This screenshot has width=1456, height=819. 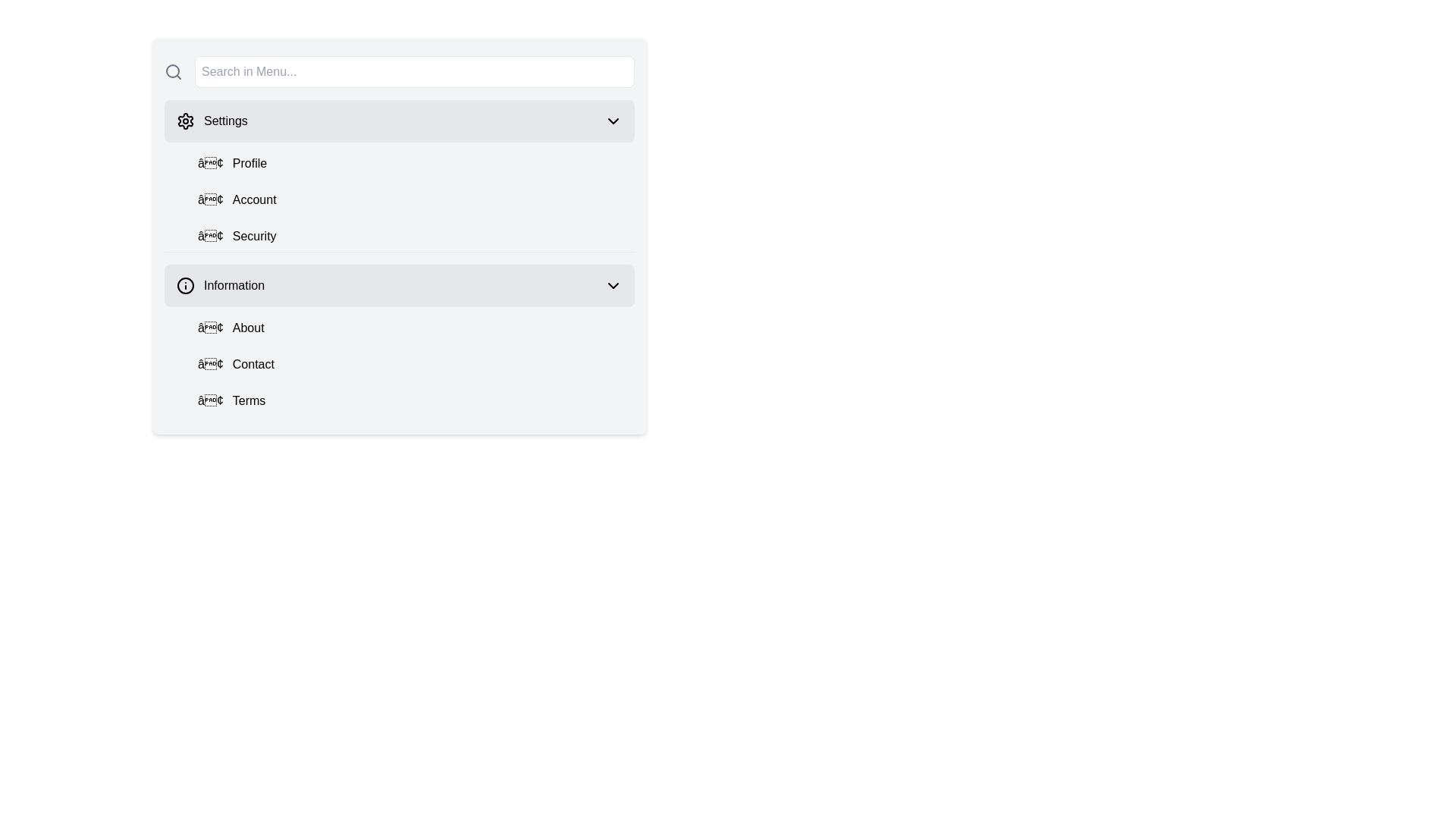 What do you see at coordinates (400, 199) in the screenshot?
I see `the 'Profile', 'Account', or 'Security' entry in the Navigation List for keyboard navigation` at bounding box center [400, 199].